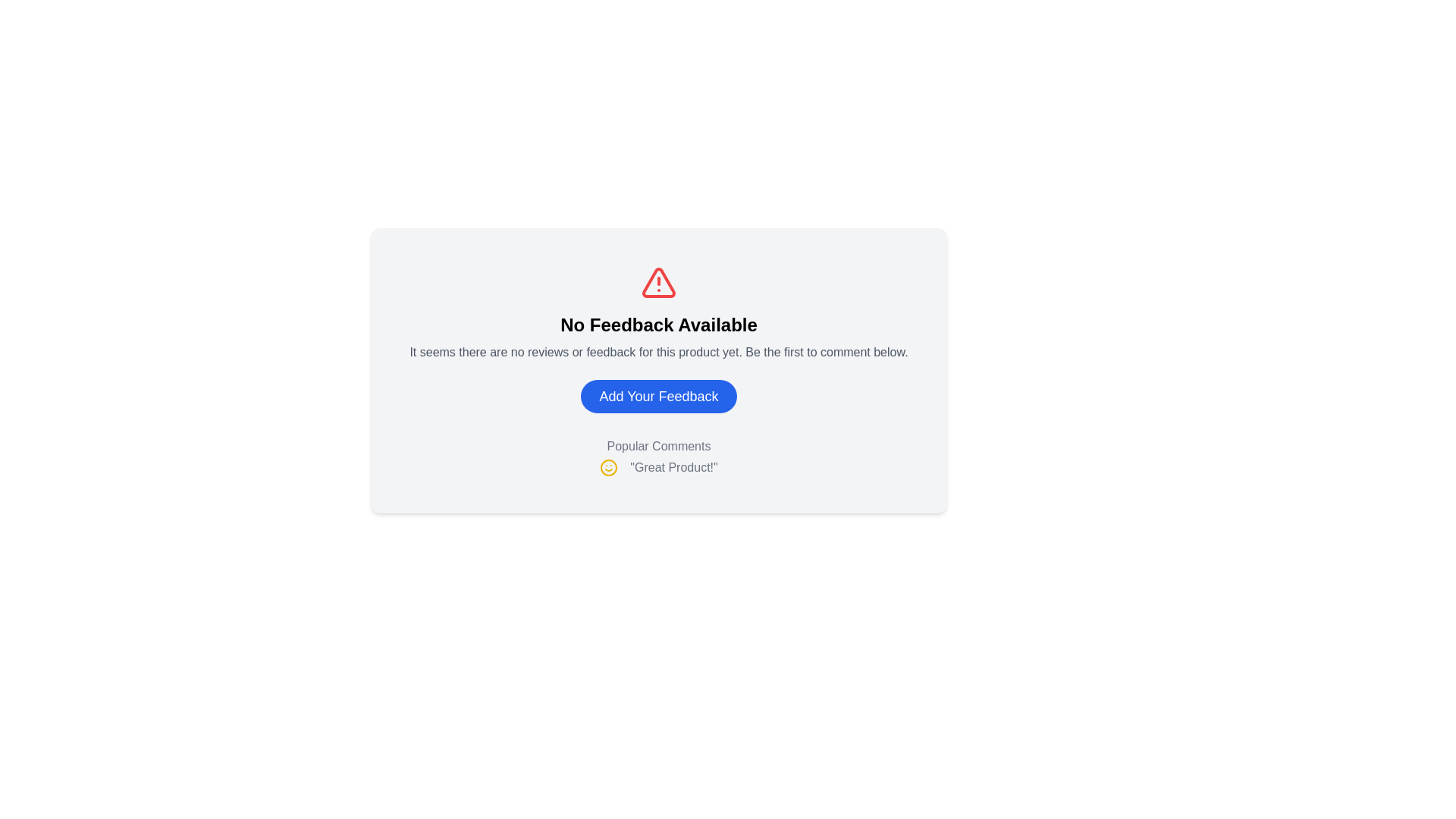  What do you see at coordinates (658, 324) in the screenshot?
I see `message displayed in the bold heading text 'No Feedback Available', which is located at the center of the modal box` at bounding box center [658, 324].